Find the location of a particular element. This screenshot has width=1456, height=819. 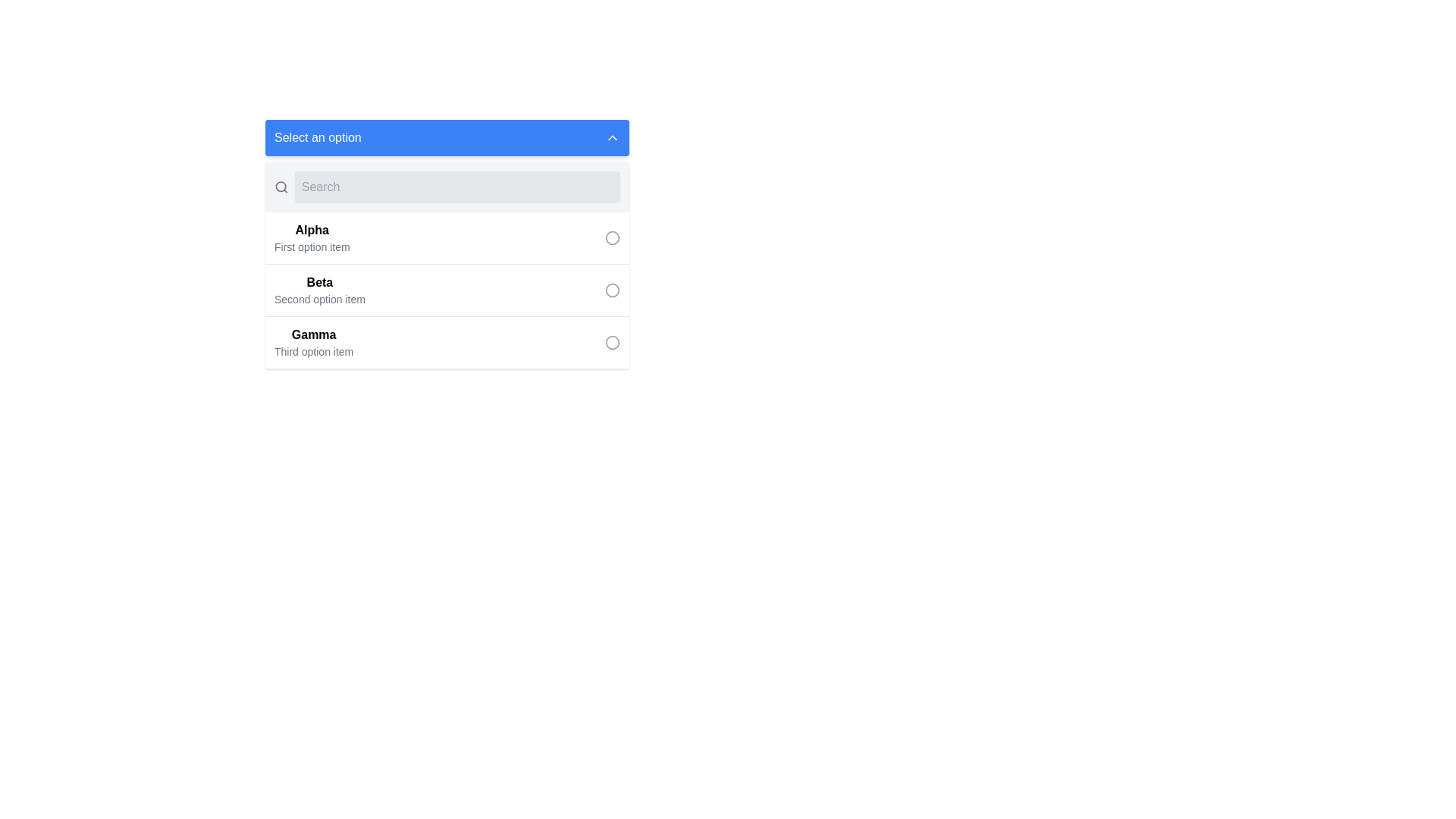

the circular radio button with a gray border and white fill, located on the right side of the row labeled 'Beta' is located at coordinates (612, 290).